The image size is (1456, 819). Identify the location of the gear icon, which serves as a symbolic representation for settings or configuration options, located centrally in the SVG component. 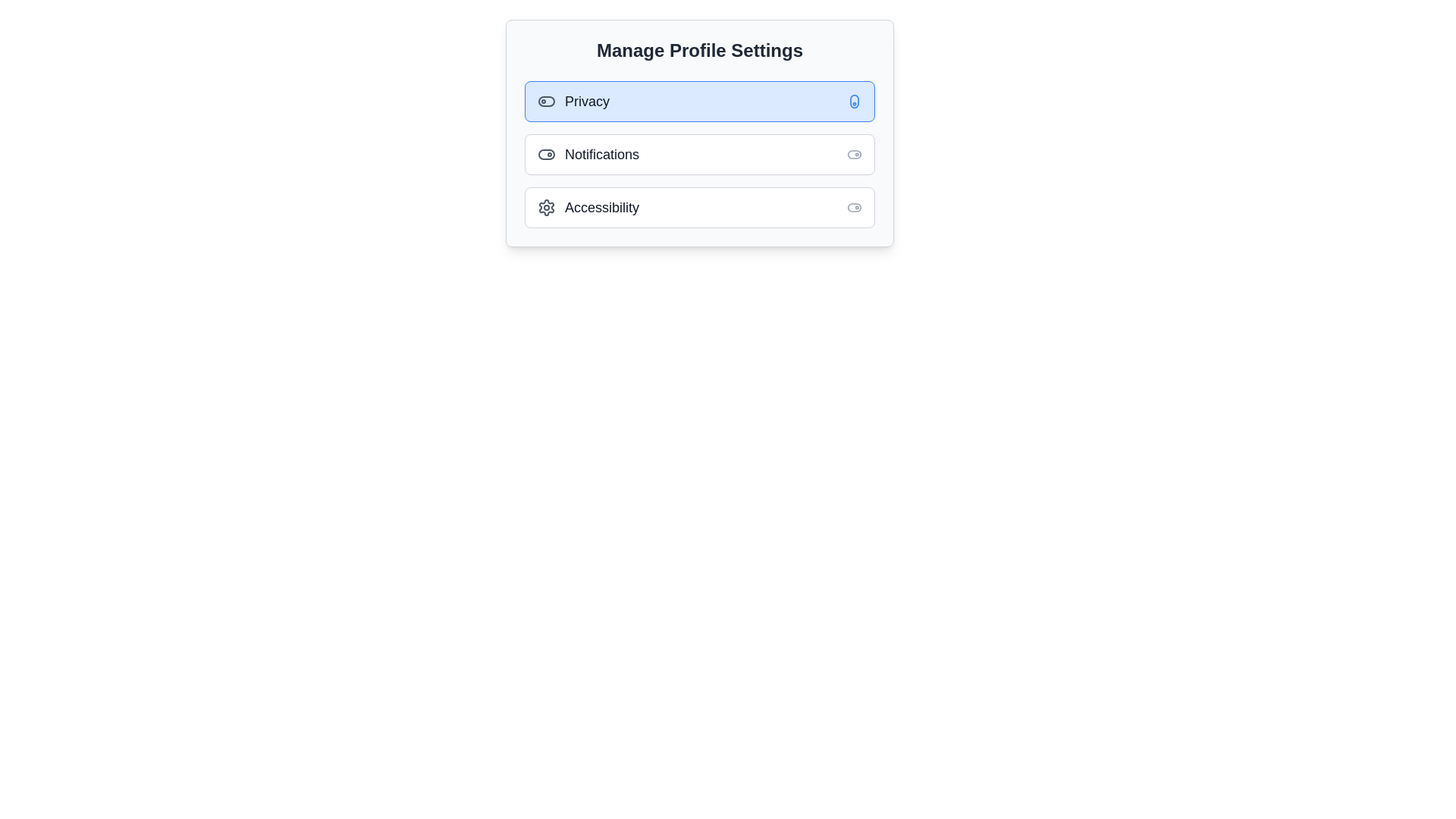
(546, 207).